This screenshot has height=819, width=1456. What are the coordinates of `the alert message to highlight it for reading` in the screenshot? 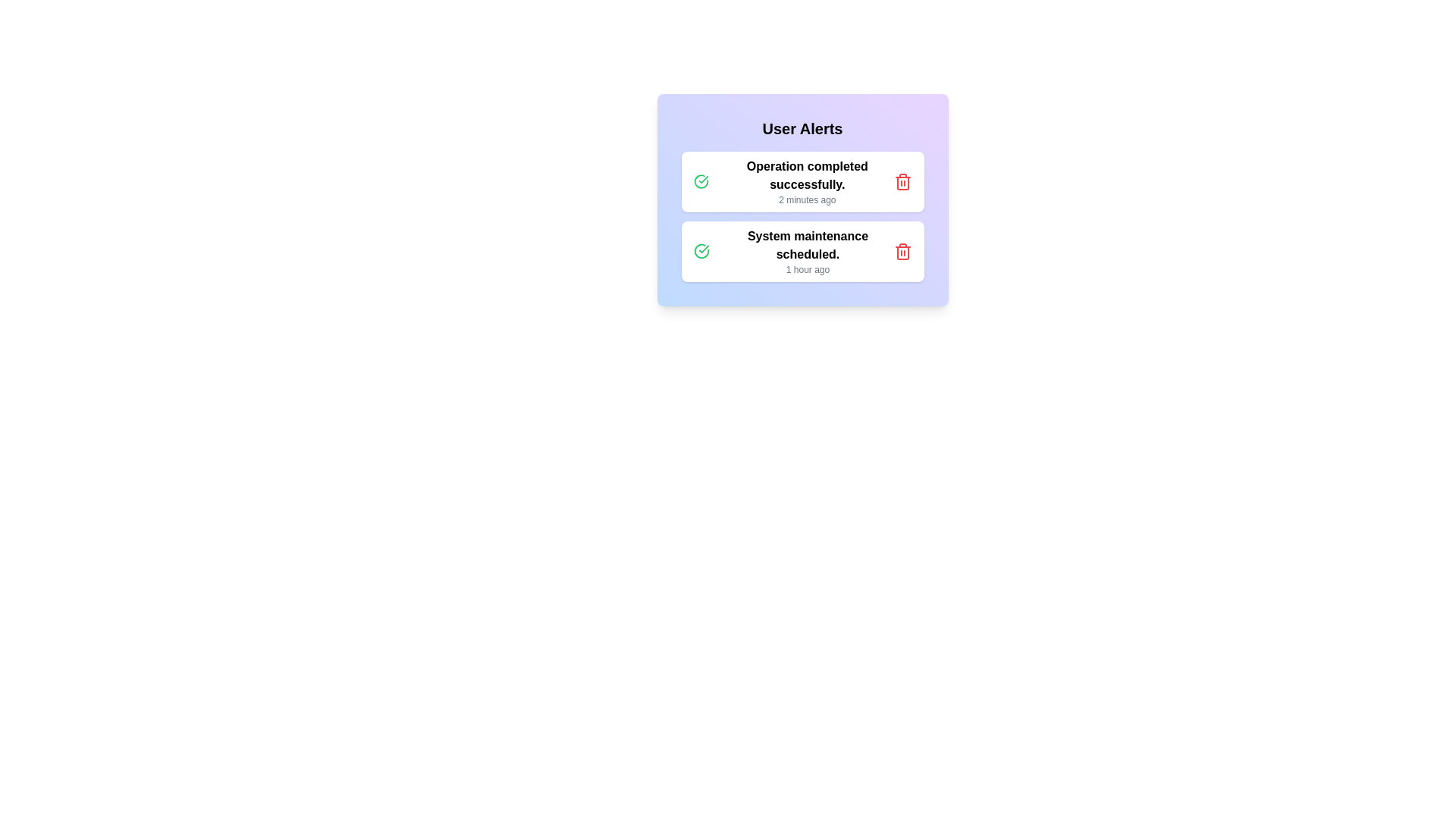 It's located at (802, 180).